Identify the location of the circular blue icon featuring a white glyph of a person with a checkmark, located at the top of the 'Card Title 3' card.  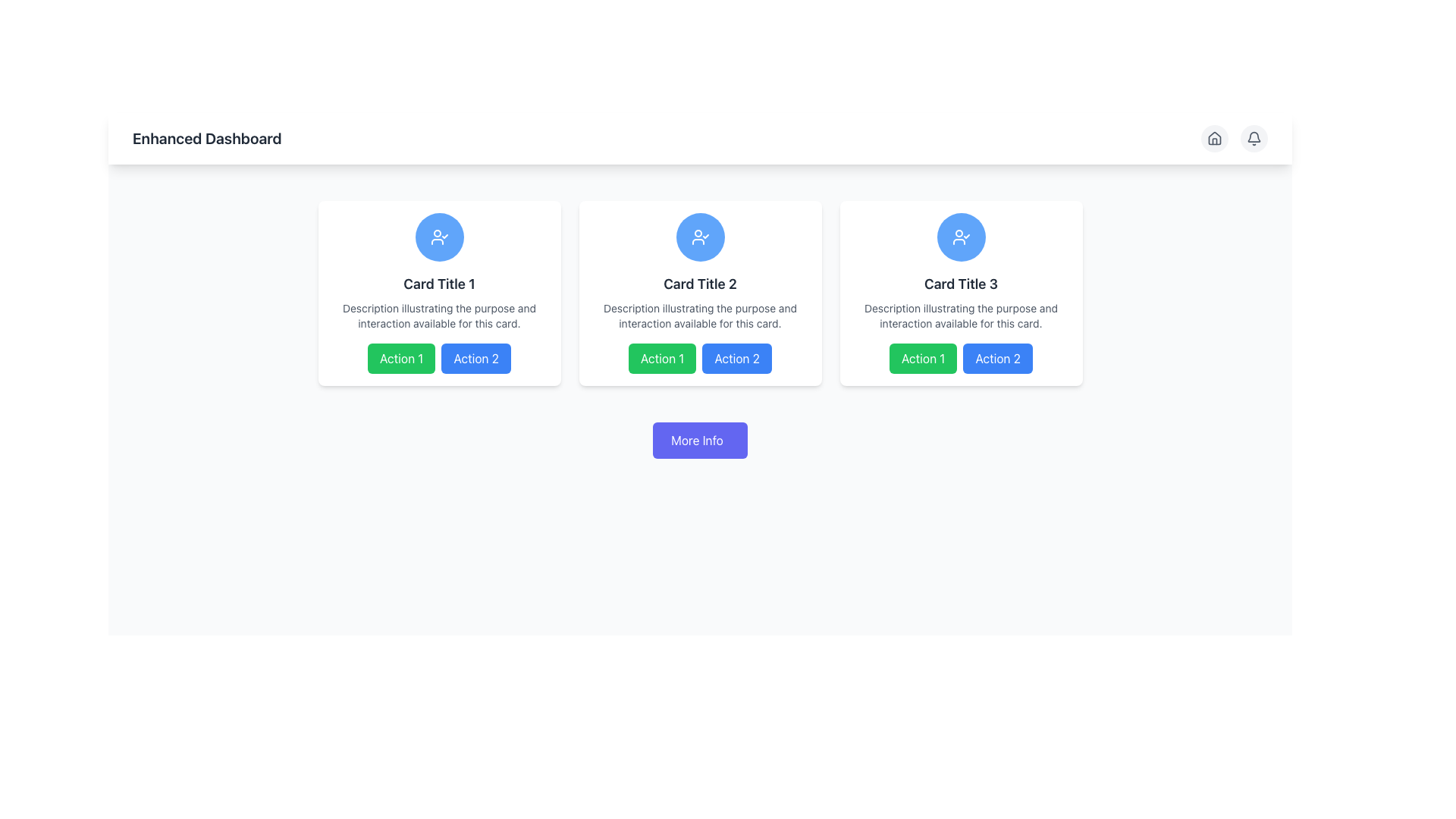
(960, 237).